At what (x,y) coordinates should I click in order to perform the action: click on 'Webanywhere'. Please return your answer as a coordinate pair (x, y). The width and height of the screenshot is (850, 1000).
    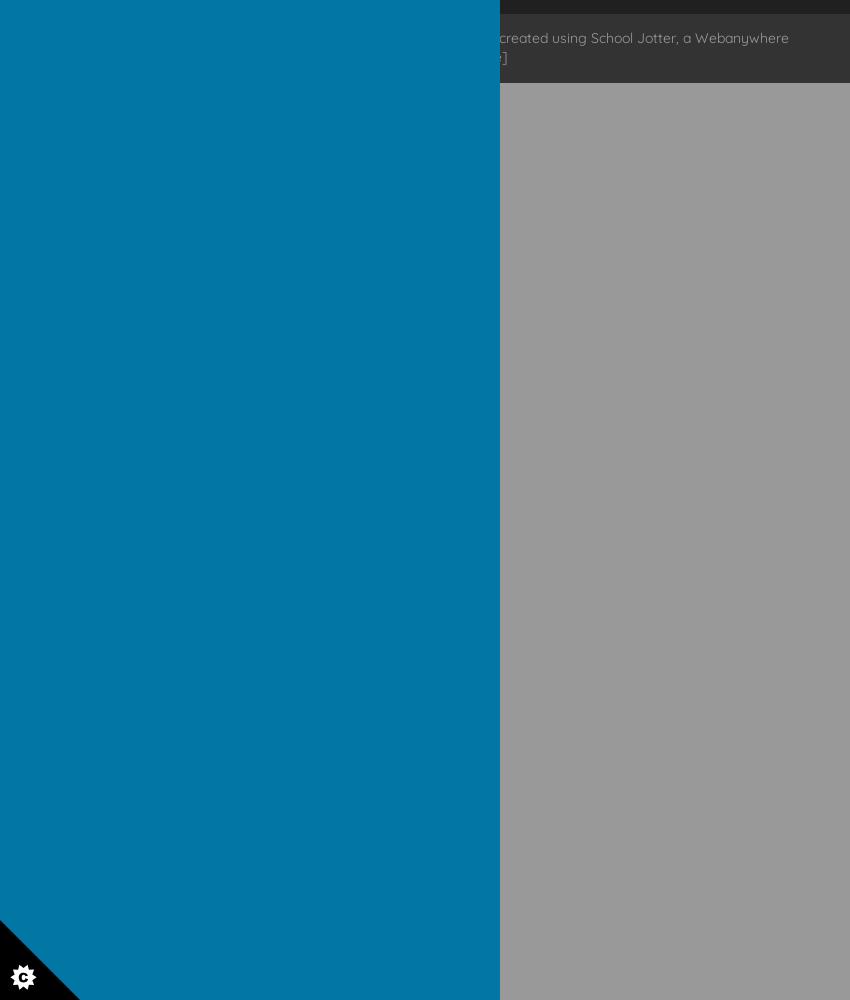
    Looking at the image, I should click on (741, 37).